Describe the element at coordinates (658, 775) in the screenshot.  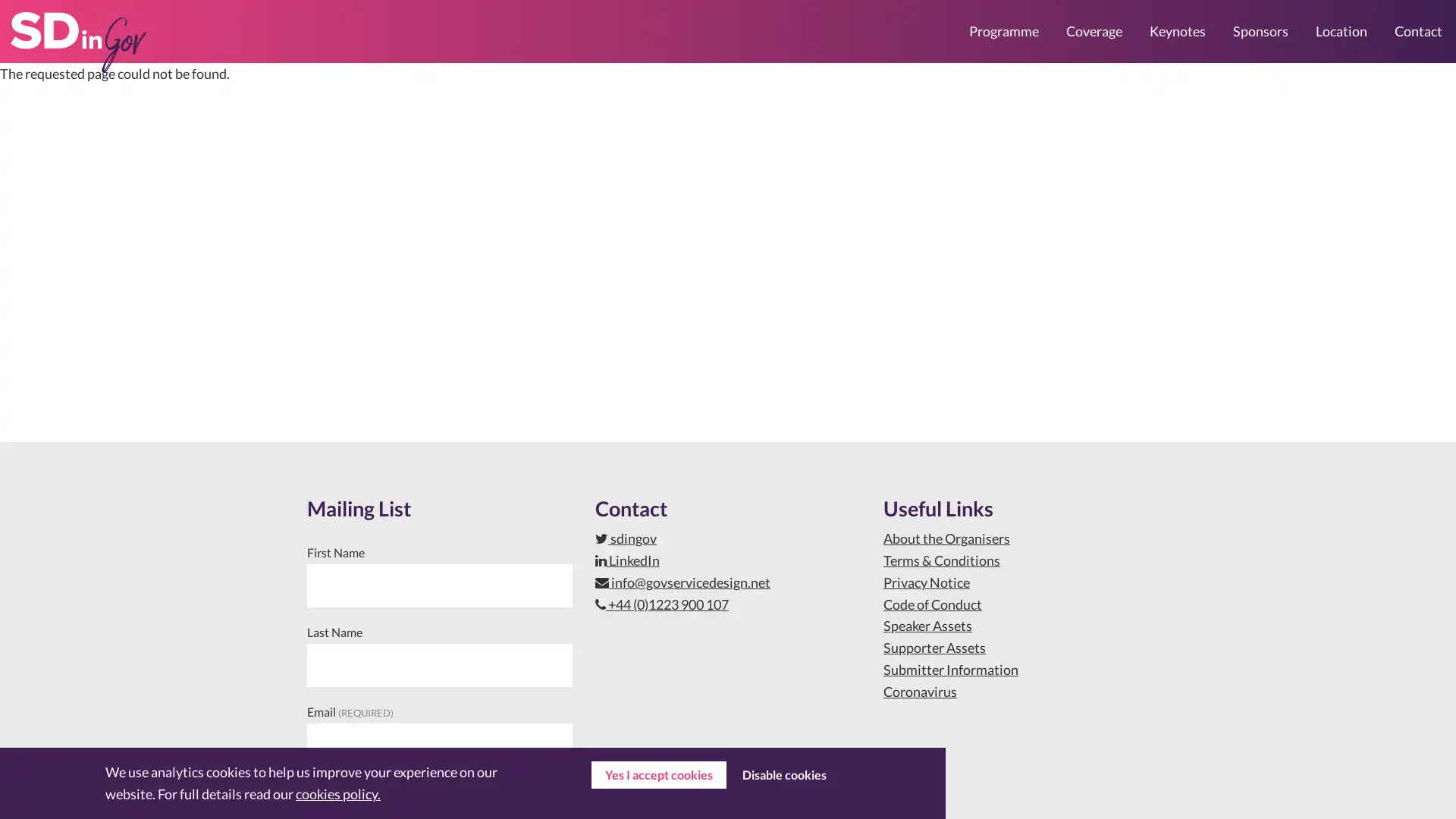
I see `Yes I accept cookies` at that location.